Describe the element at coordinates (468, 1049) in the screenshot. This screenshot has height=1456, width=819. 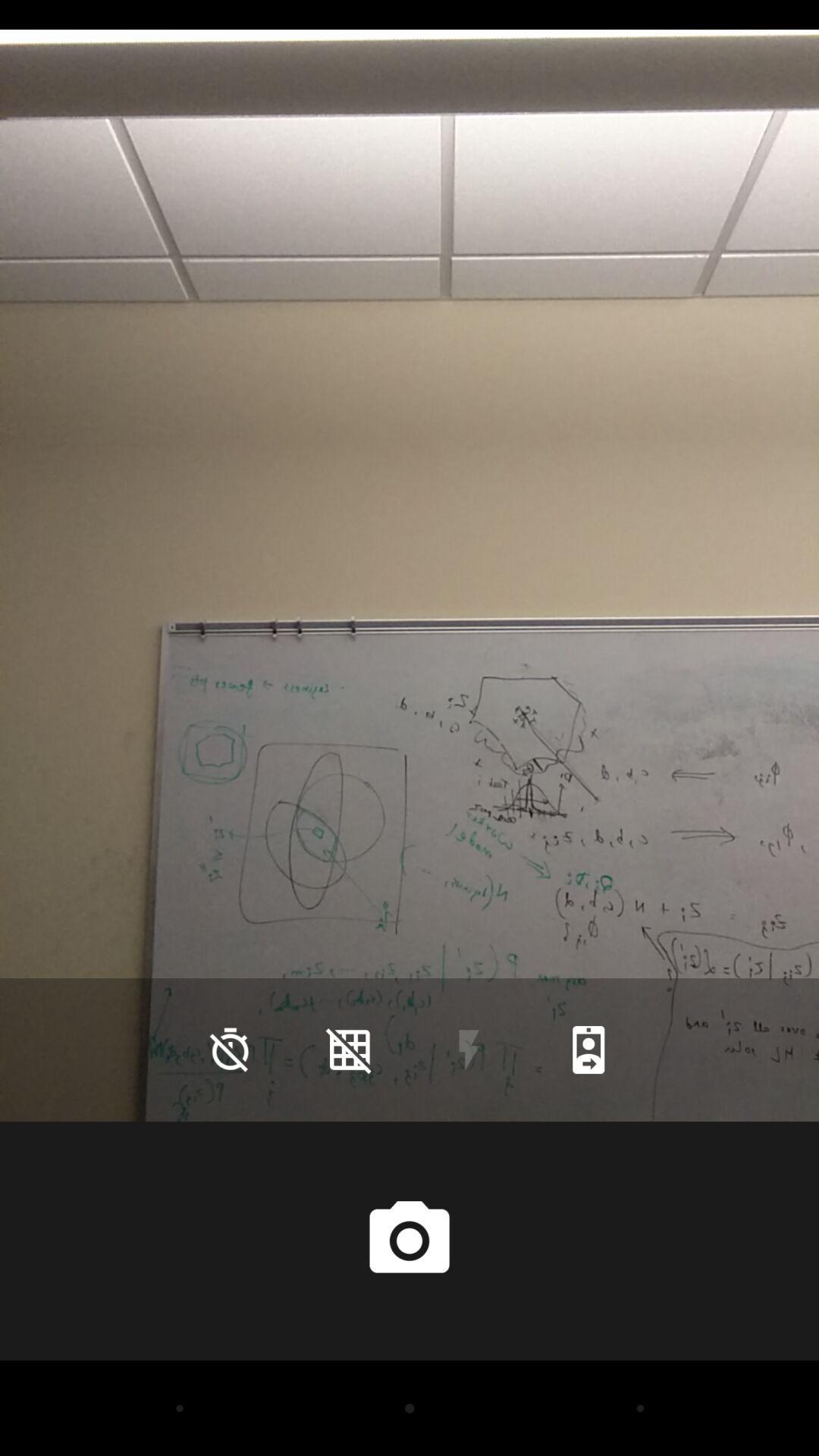
I see `the flash icon` at that location.